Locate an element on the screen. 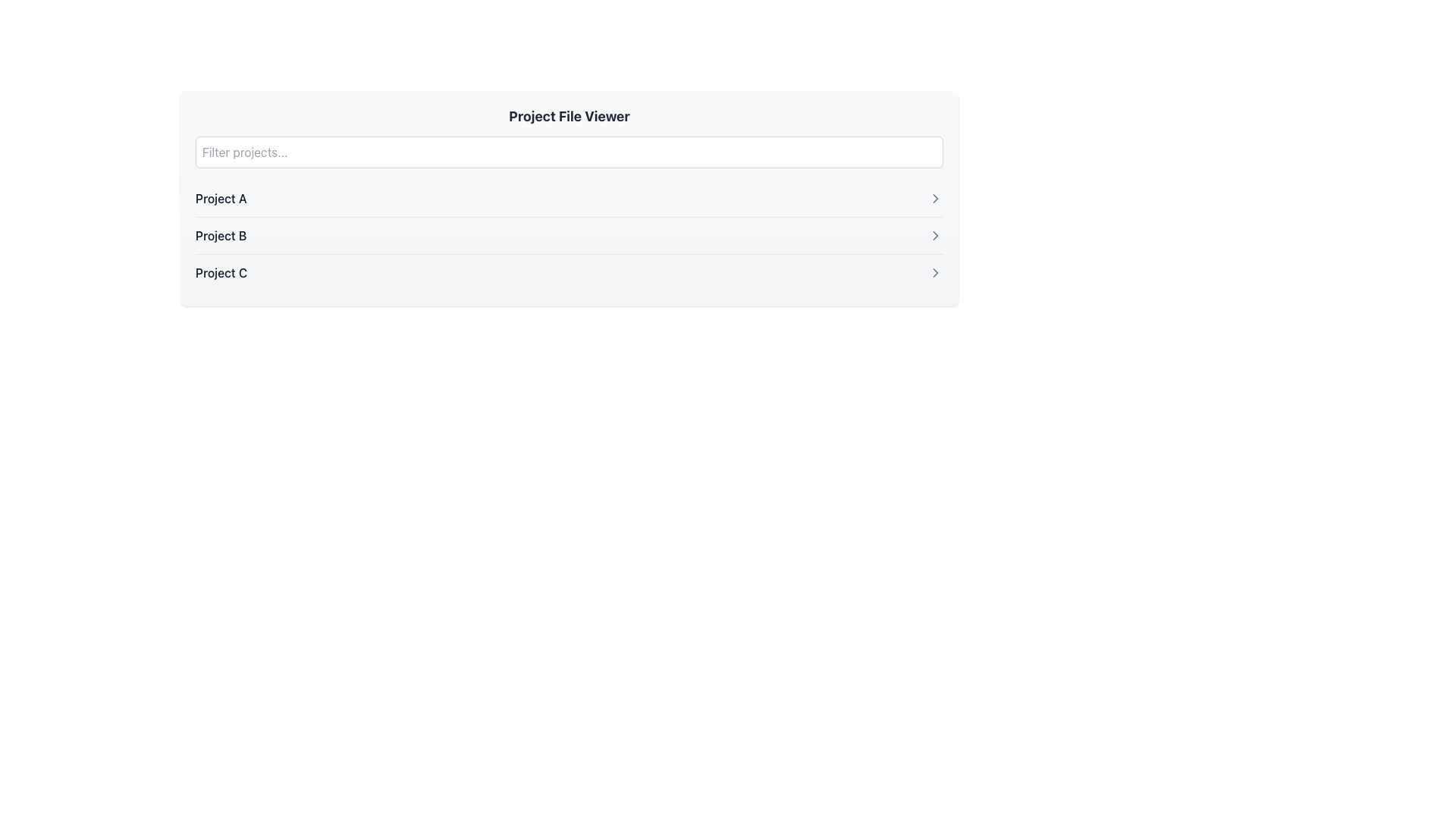 Image resolution: width=1456 pixels, height=819 pixels. the right-facing chevron arrow icon in the 'Project A' row is located at coordinates (934, 198).